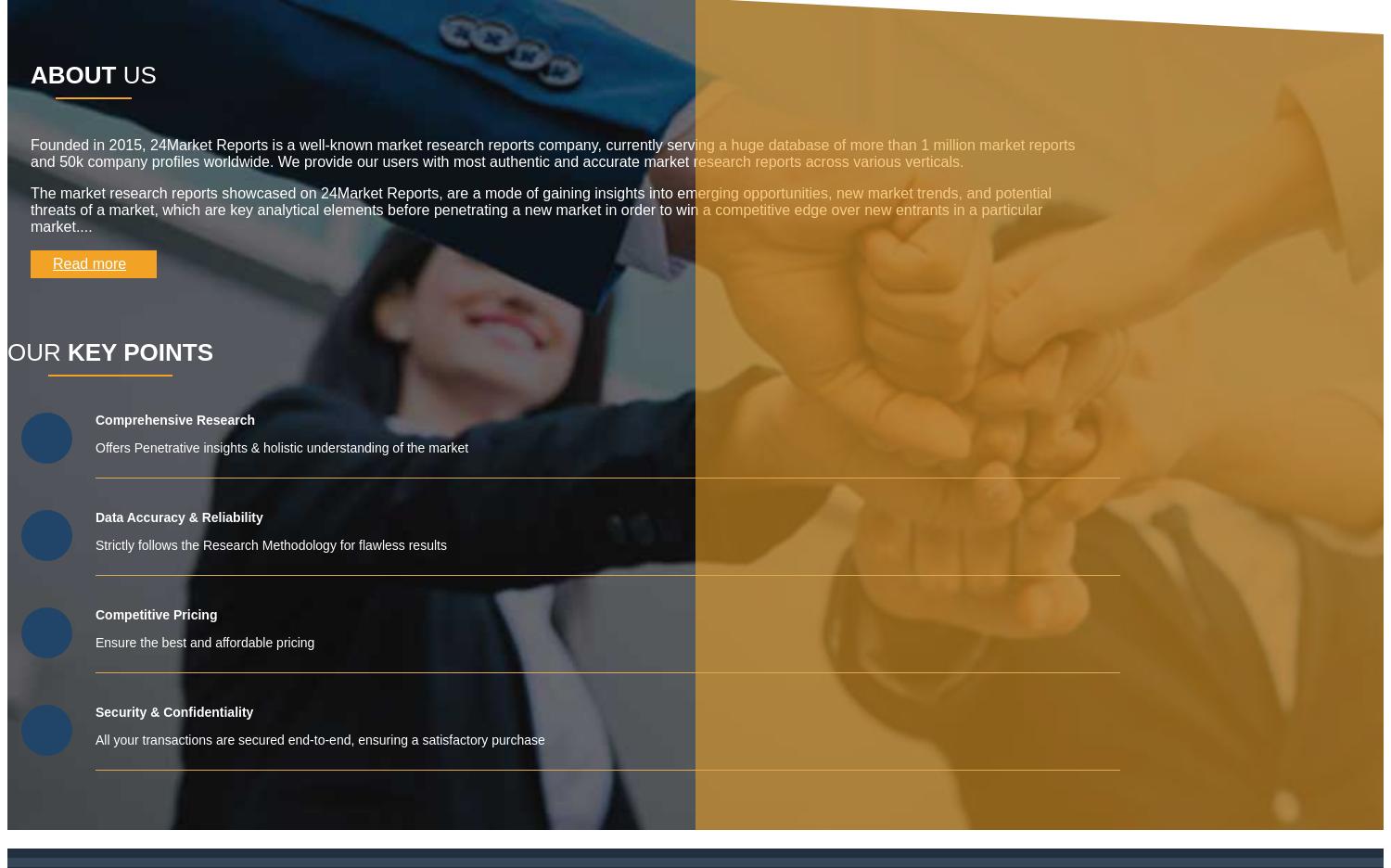  Describe the element at coordinates (271, 544) in the screenshot. I see `'Strictly follows the Research Methodology for flawless results'` at that location.